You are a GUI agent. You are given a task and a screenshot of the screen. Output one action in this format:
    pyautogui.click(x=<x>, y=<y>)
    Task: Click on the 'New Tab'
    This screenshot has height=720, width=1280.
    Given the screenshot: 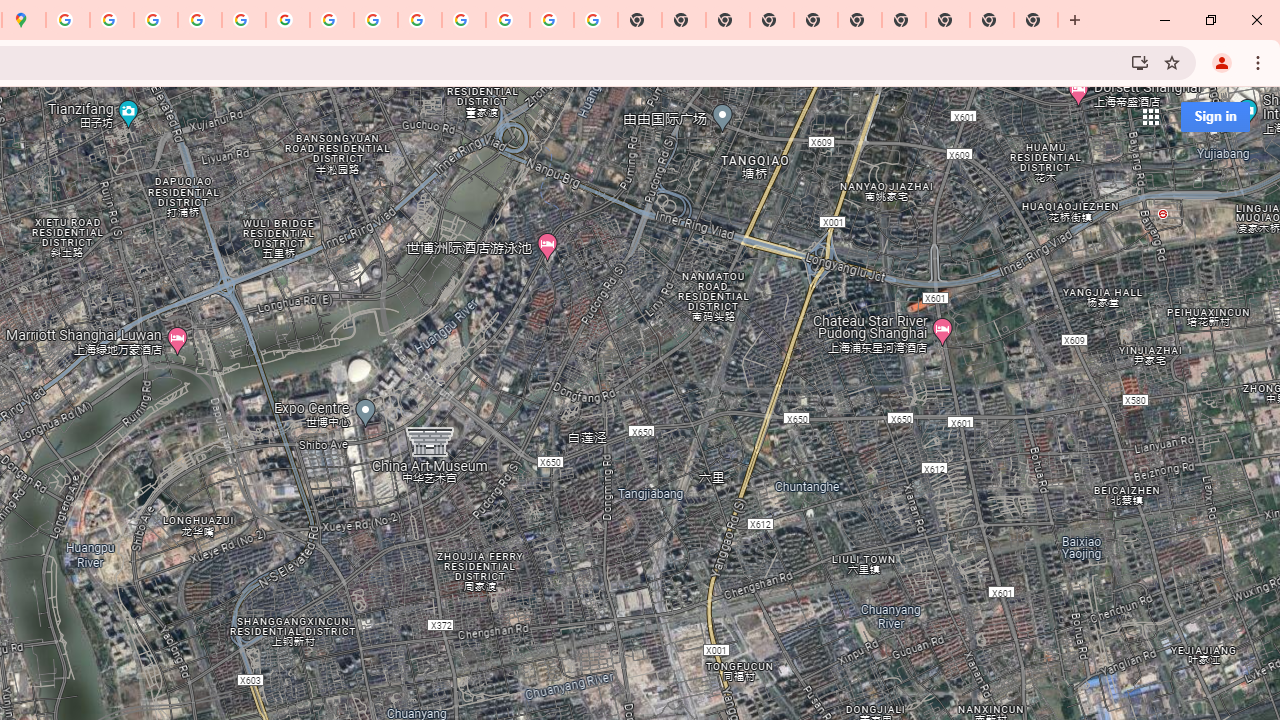 What is the action you would take?
    pyautogui.click(x=1036, y=20)
    